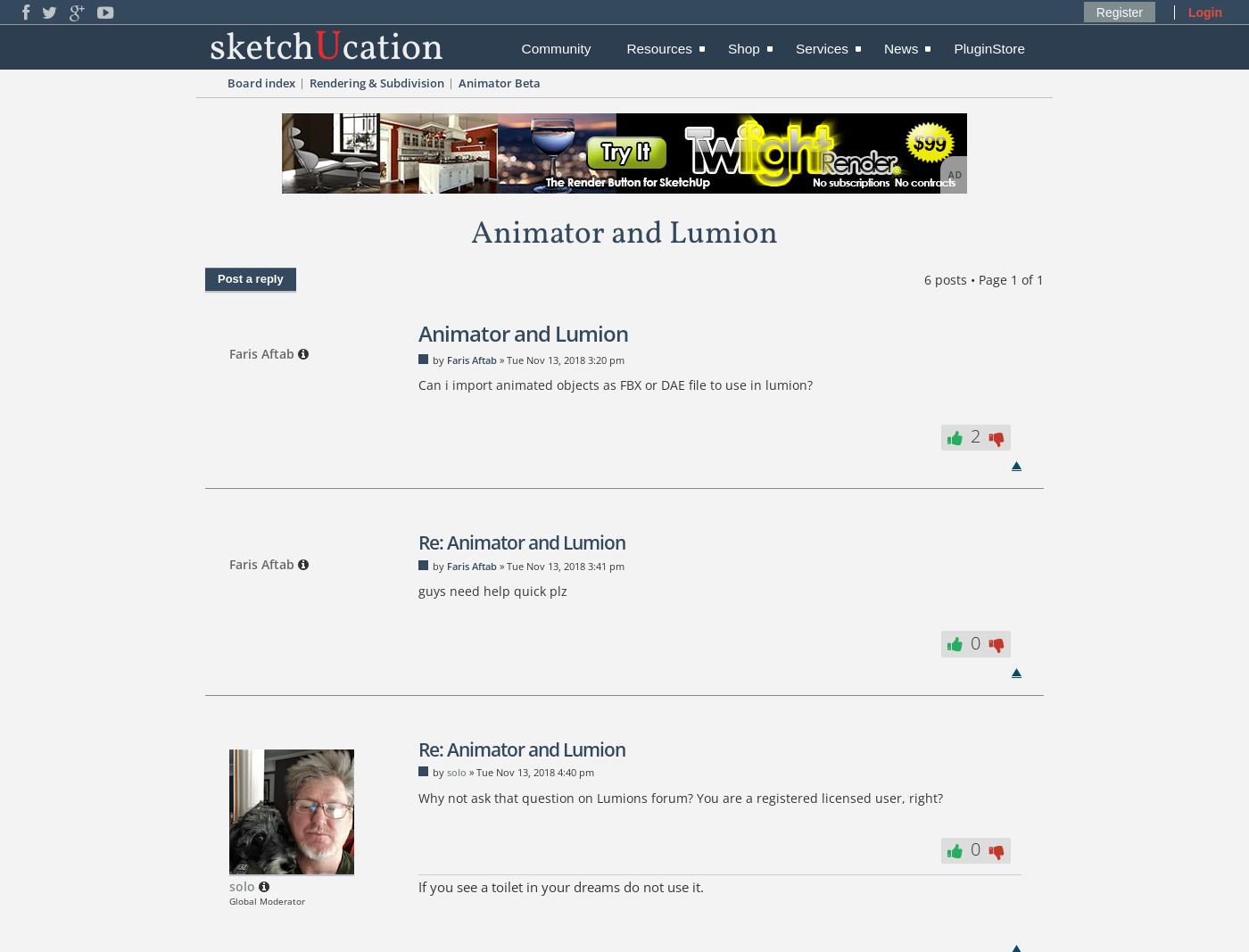 This screenshot has height=952, width=1249. I want to click on '» Tue Nov 13, 2018 4:40 pm', so click(529, 771).